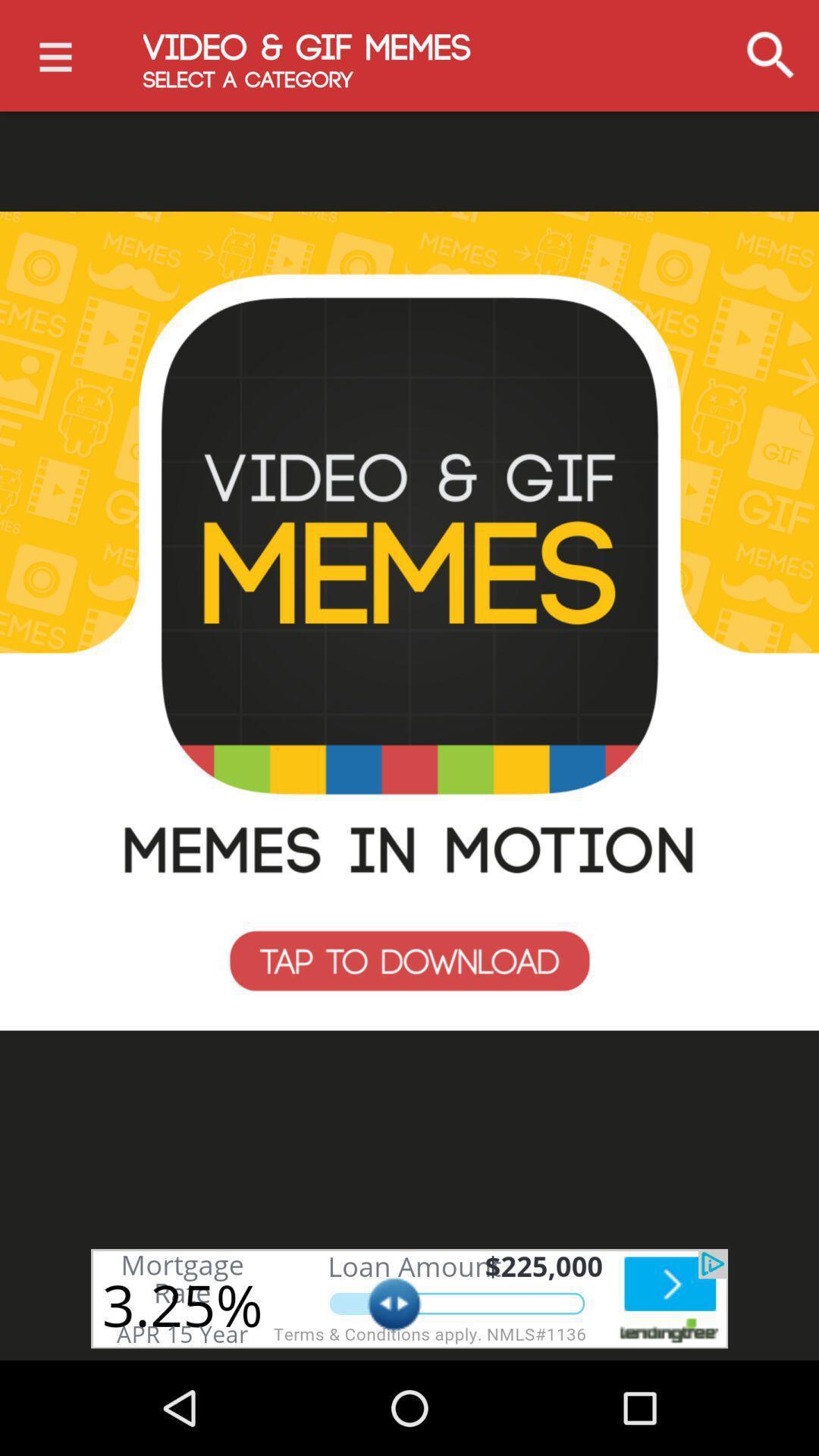  What do you see at coordinates (409, 1298) in the screenshot?
I see `advertising partner` at bounding box center [409, 1298].